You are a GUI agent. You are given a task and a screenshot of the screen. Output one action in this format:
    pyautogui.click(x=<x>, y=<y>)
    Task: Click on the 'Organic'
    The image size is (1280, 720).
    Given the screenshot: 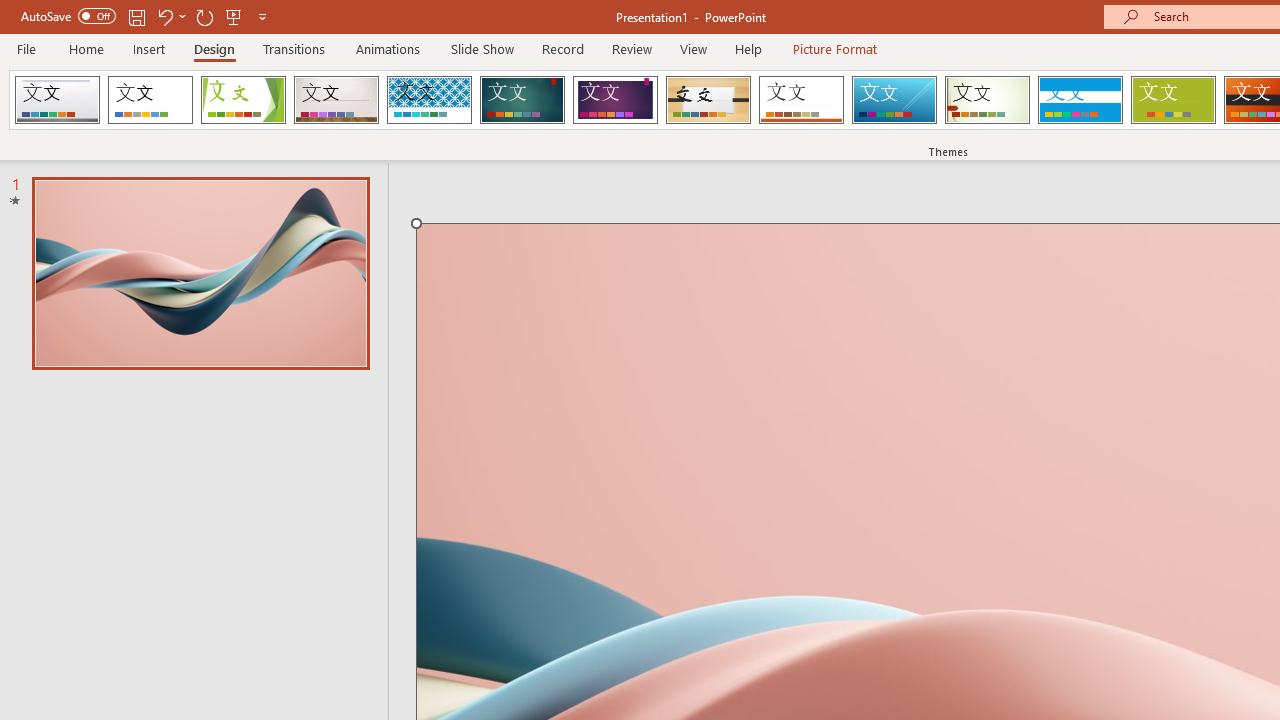 What is the action you would take?
    pyautogui.click(x=708, y=100)
    